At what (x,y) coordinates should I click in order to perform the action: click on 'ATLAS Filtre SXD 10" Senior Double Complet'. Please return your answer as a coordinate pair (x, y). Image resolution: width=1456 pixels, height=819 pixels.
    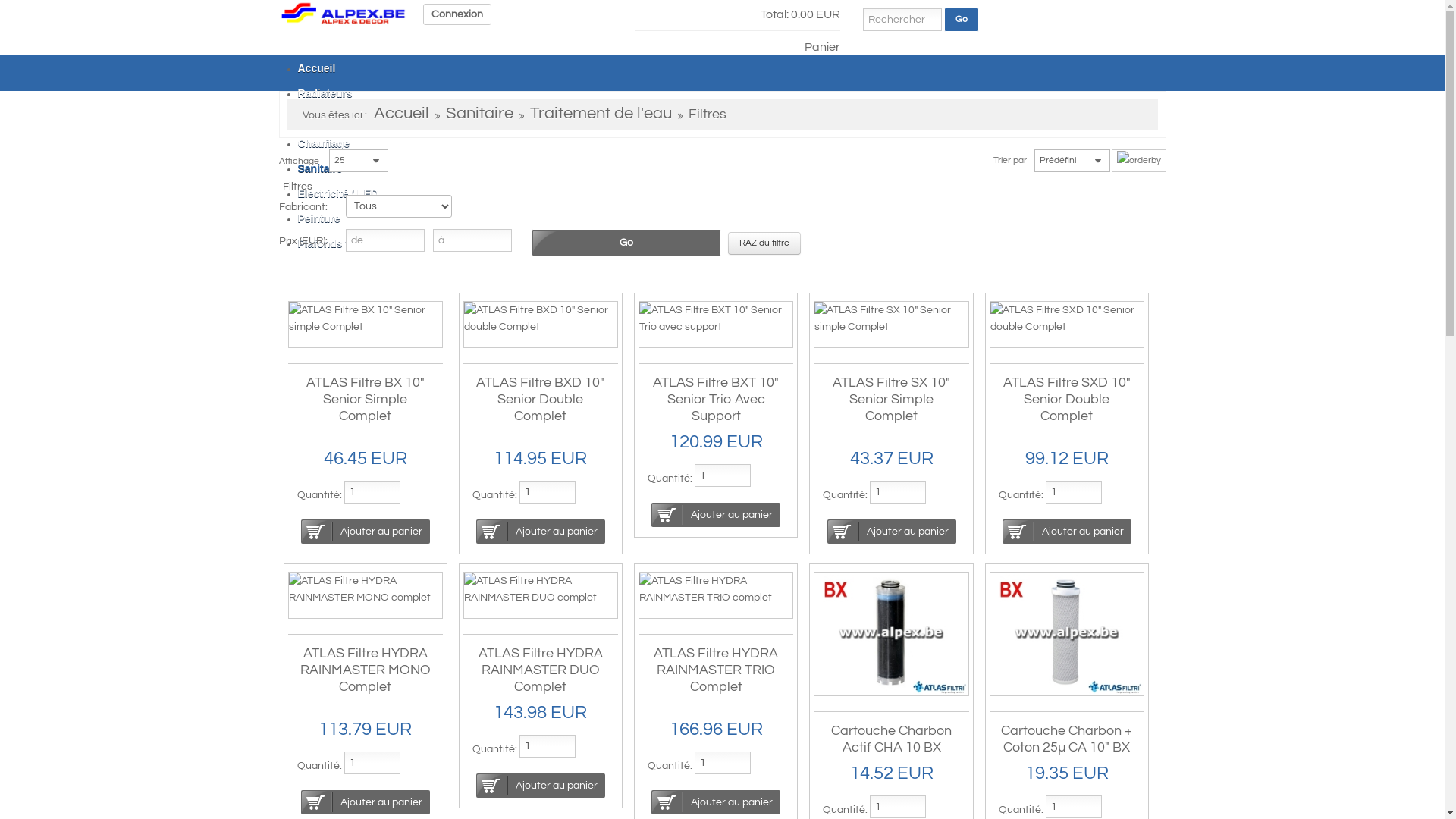
    Looking at the image, I should click on (1065, 398).